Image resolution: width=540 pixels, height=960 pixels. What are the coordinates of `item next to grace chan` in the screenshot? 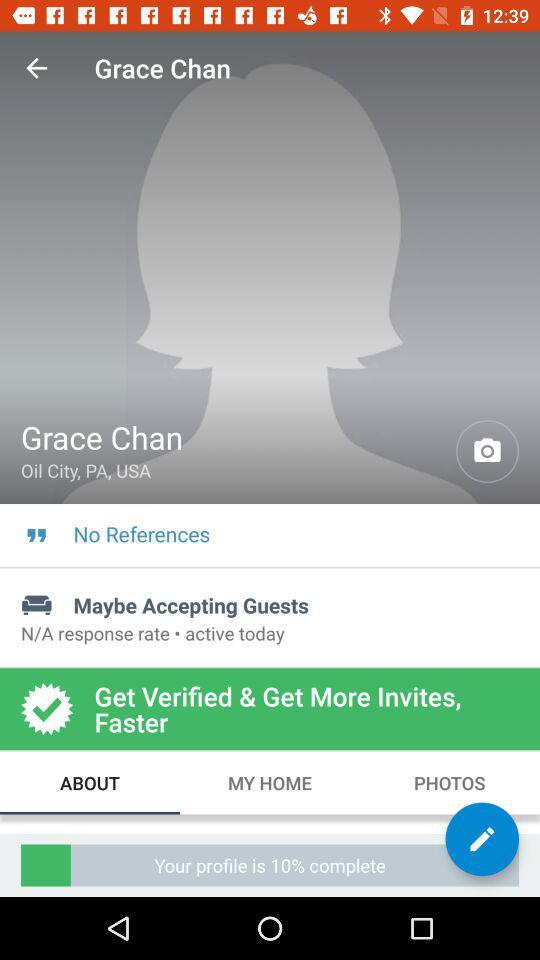 It's located at (36, 68).